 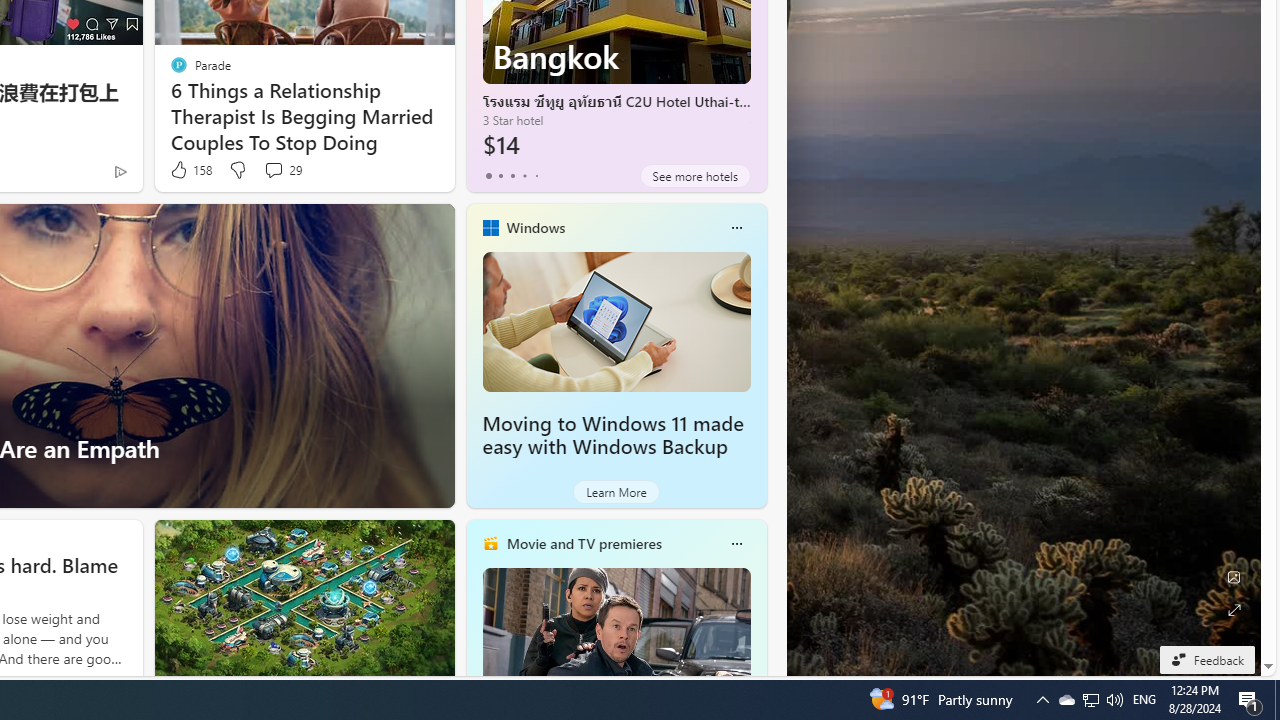 I want to click on 'tab-2', so click(x=512, y=175).